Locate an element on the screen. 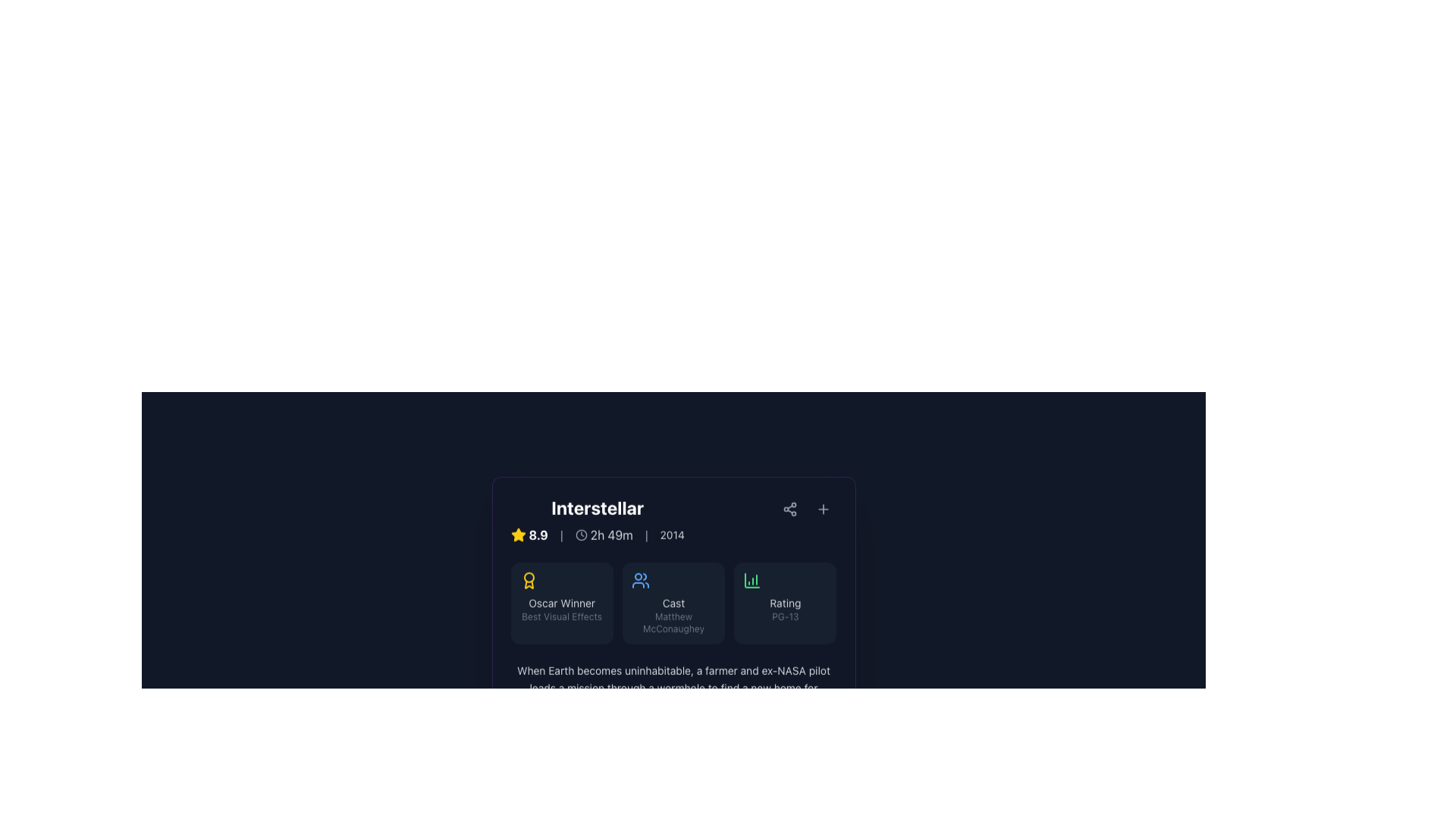 The width and height of the screenshot is (1456, 819). the stylized yellow star icon to rate it, located in the top right section of the card-like UI component is located at coordinates (518, 534).